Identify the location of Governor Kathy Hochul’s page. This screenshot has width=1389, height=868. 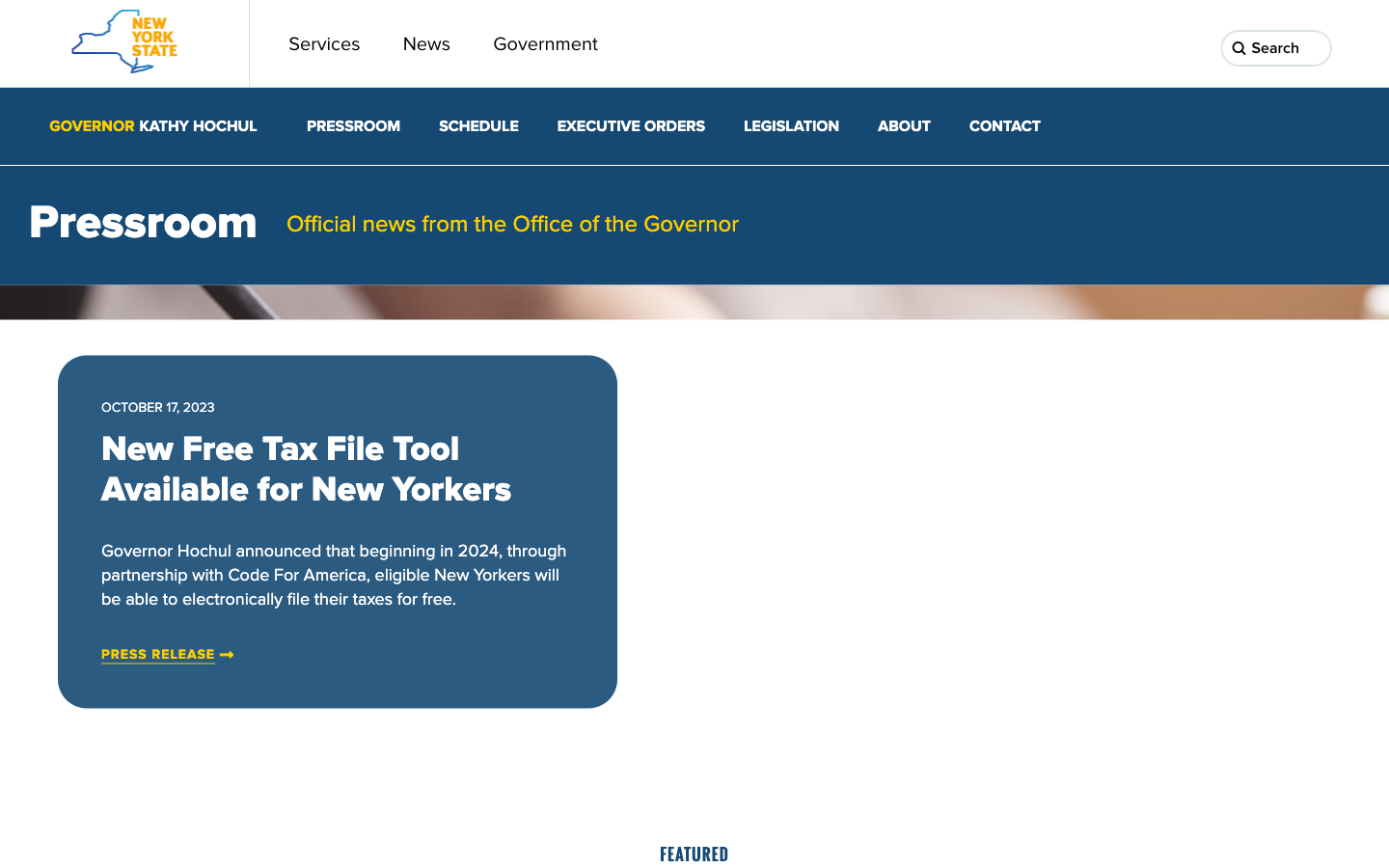
(151, 126).